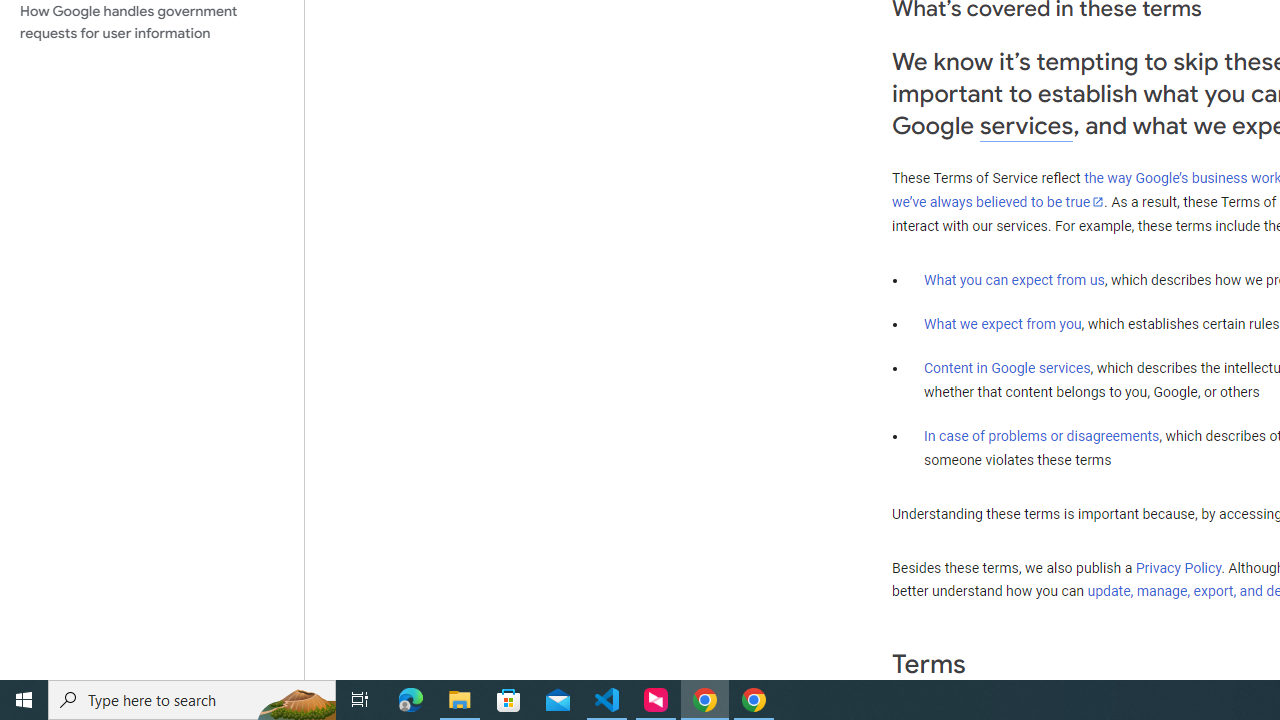 Image resolution: width=1280 pixels, height=720 pixels. Describe the element at coordinates (1002, 323) in the screenshot. I see `'What we expect from you'` at that location.